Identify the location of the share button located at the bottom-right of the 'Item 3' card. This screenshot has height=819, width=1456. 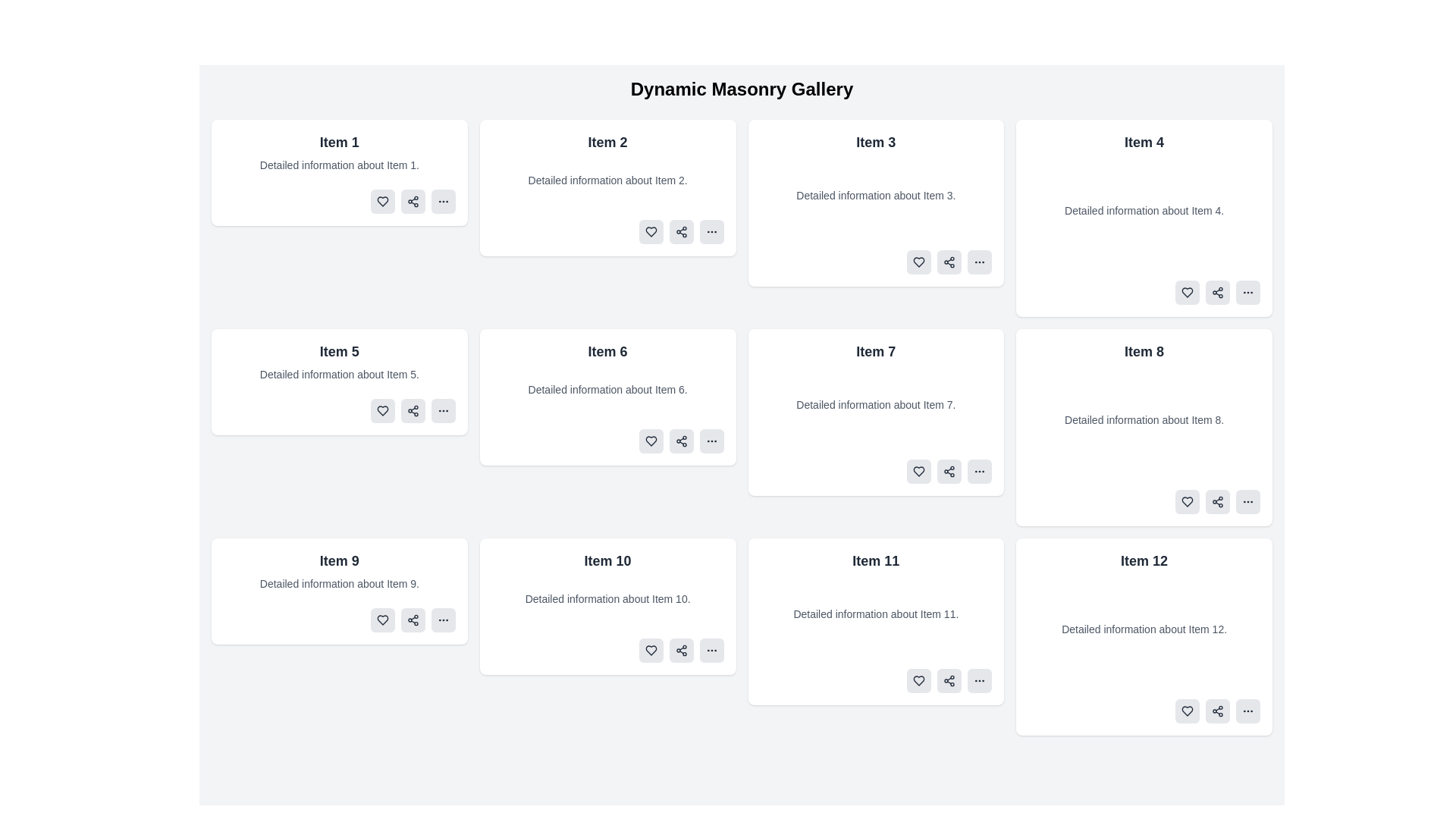
(949, 262).